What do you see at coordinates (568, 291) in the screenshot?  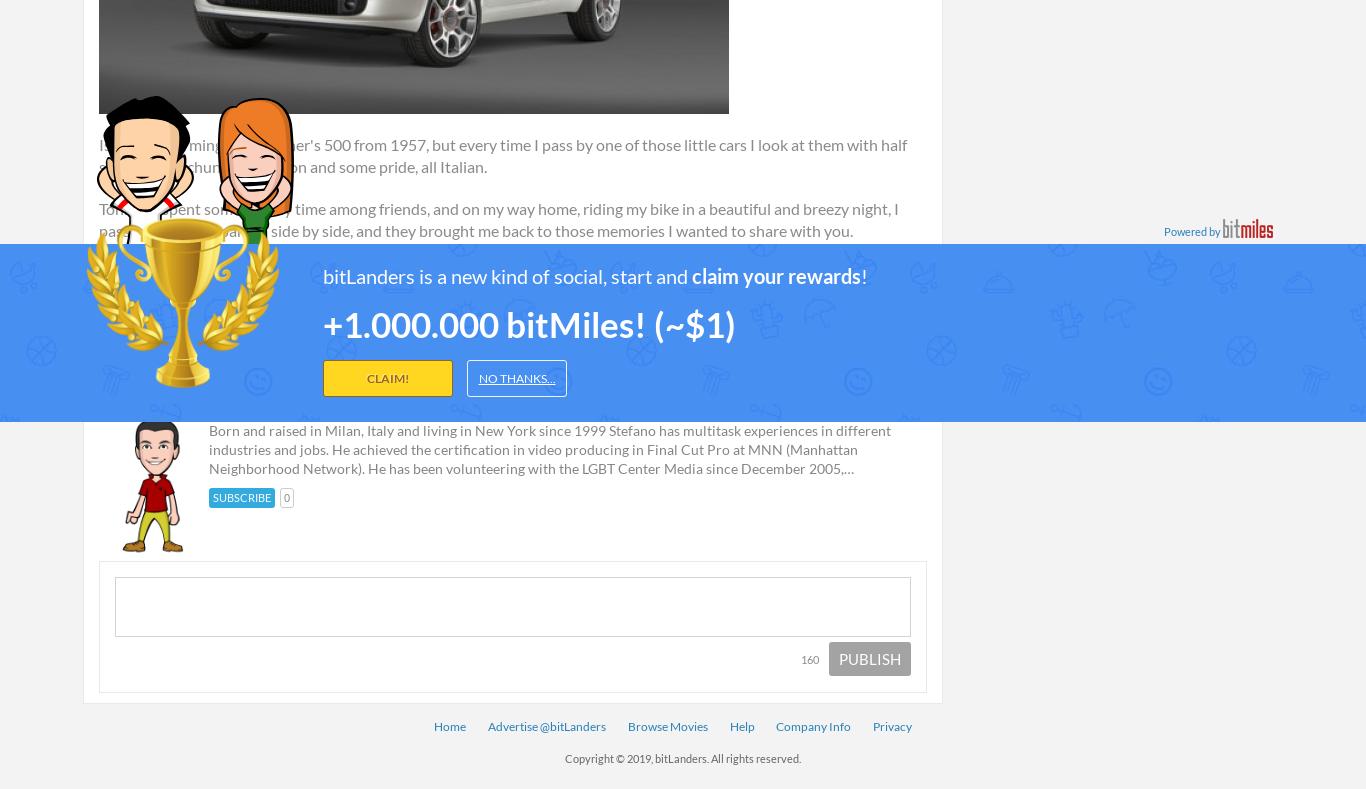 I see `'#500'` at bounding box center [568, 291].